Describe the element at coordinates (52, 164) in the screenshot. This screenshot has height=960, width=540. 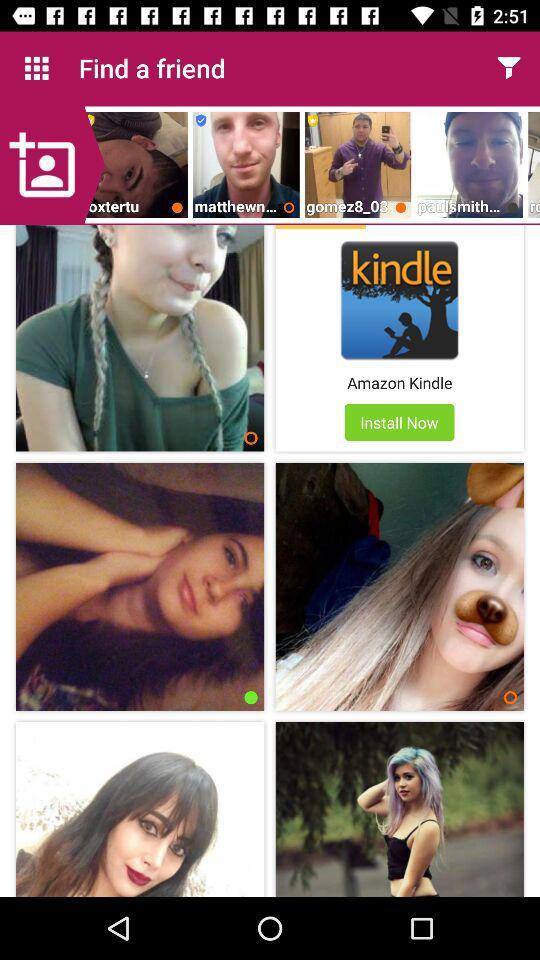
I see `click add option` at that location.